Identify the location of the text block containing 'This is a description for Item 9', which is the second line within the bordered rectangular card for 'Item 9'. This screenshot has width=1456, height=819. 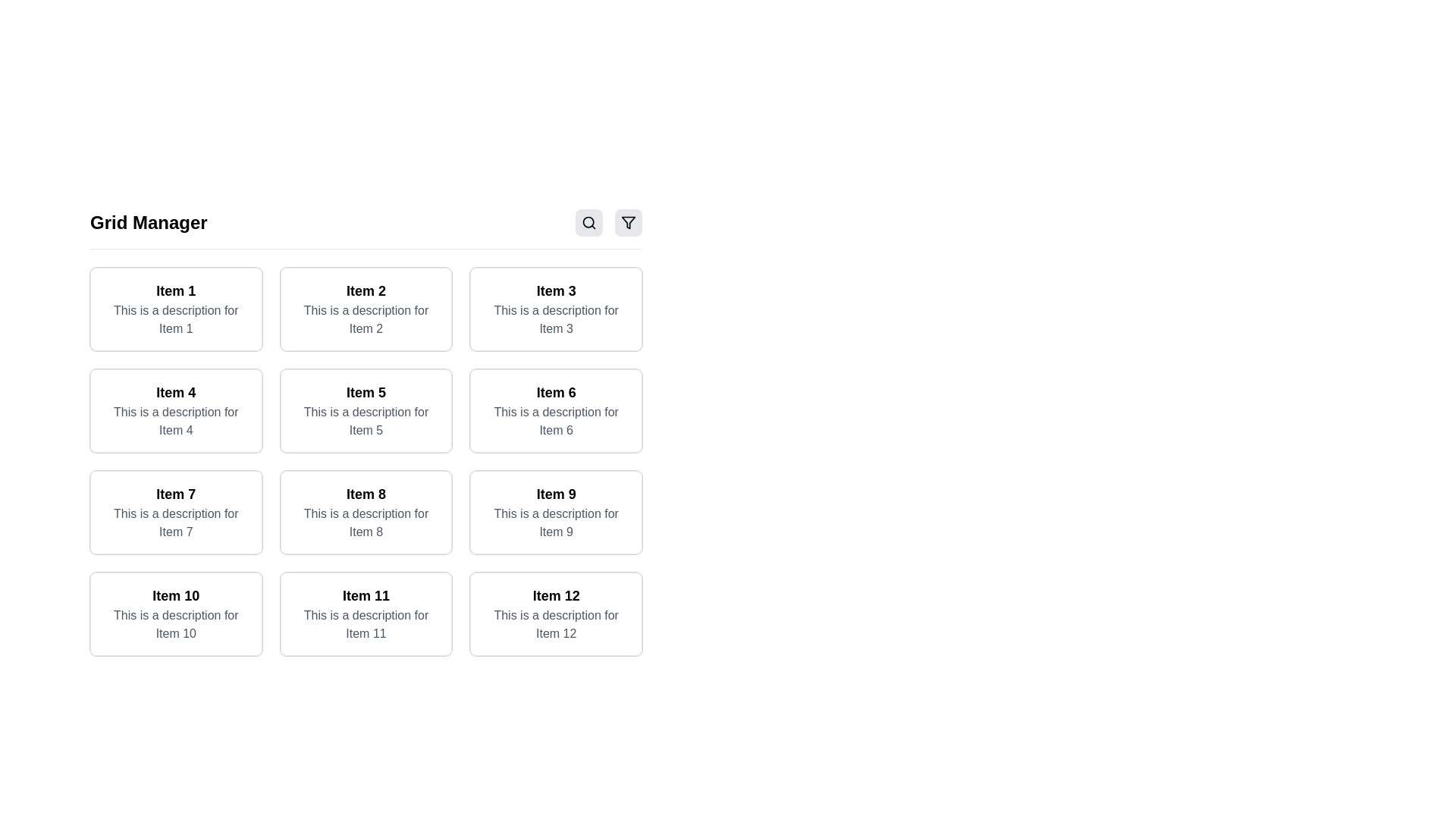
(555, 522).